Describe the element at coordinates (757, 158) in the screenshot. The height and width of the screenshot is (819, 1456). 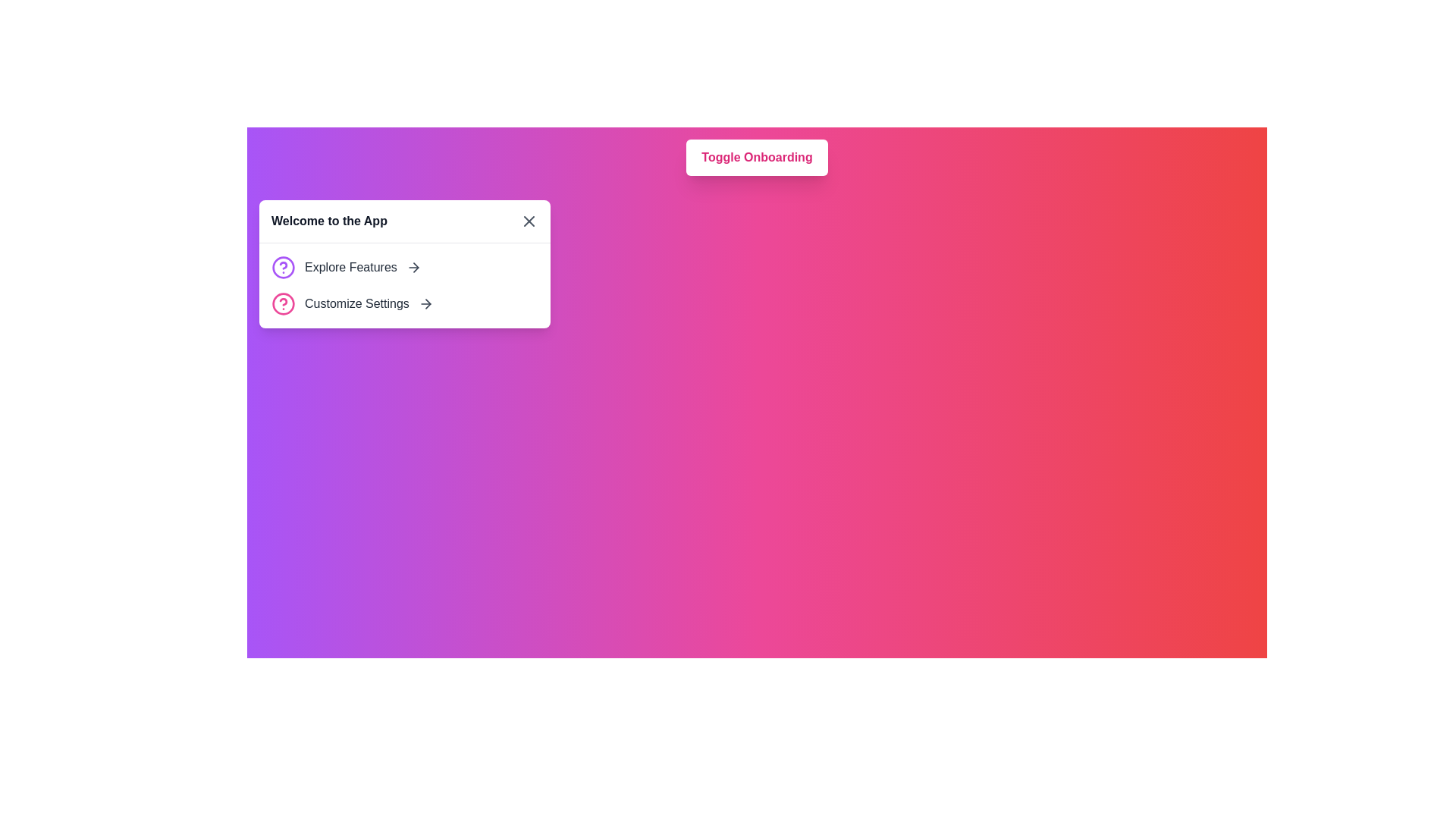
I see `the 'Toggle Onboarding' button, which has a white background and pink bold text, located slightly below the top of the interface` at that location.